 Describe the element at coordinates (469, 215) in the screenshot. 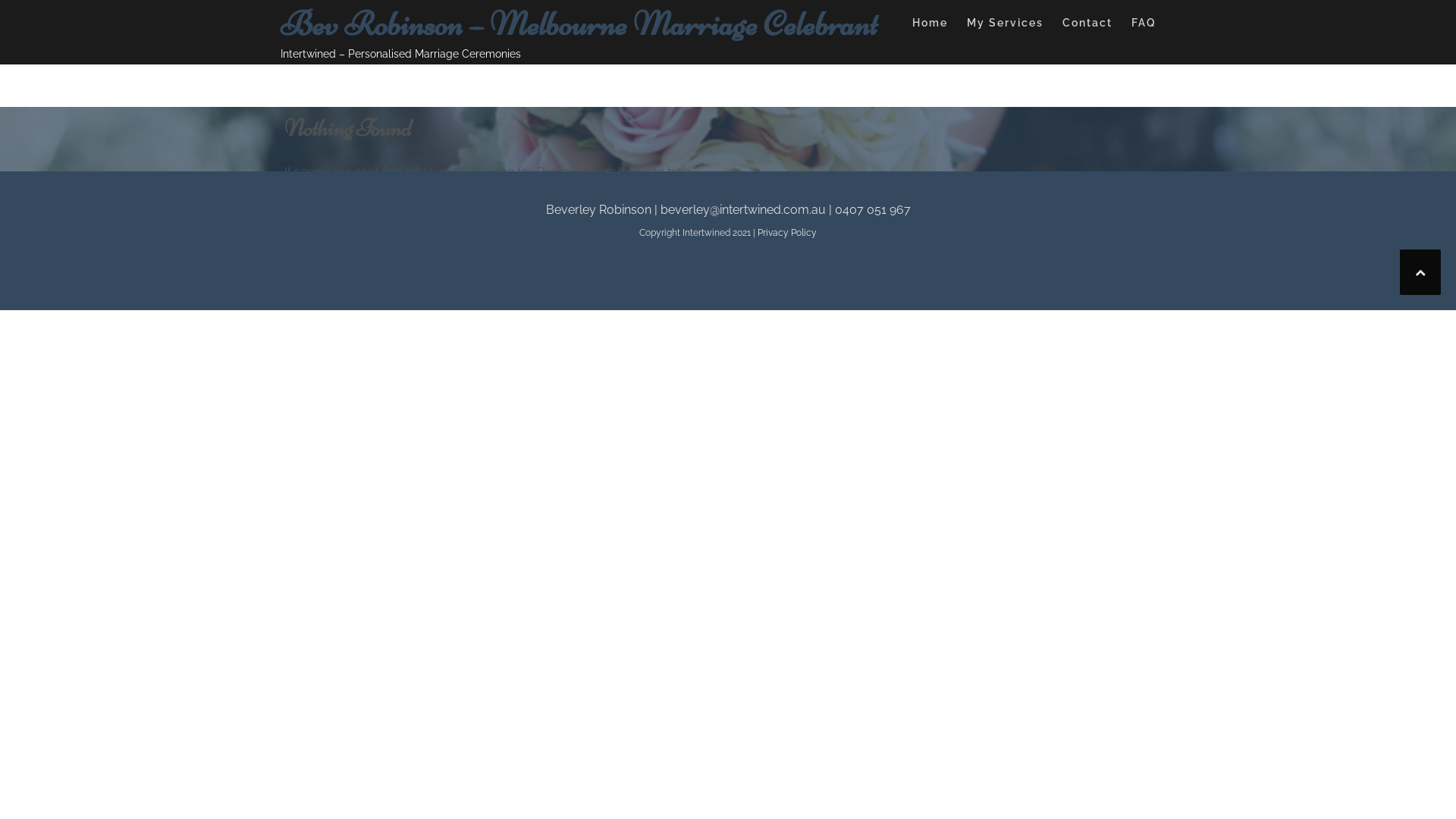

I see `'Search'` at that location.